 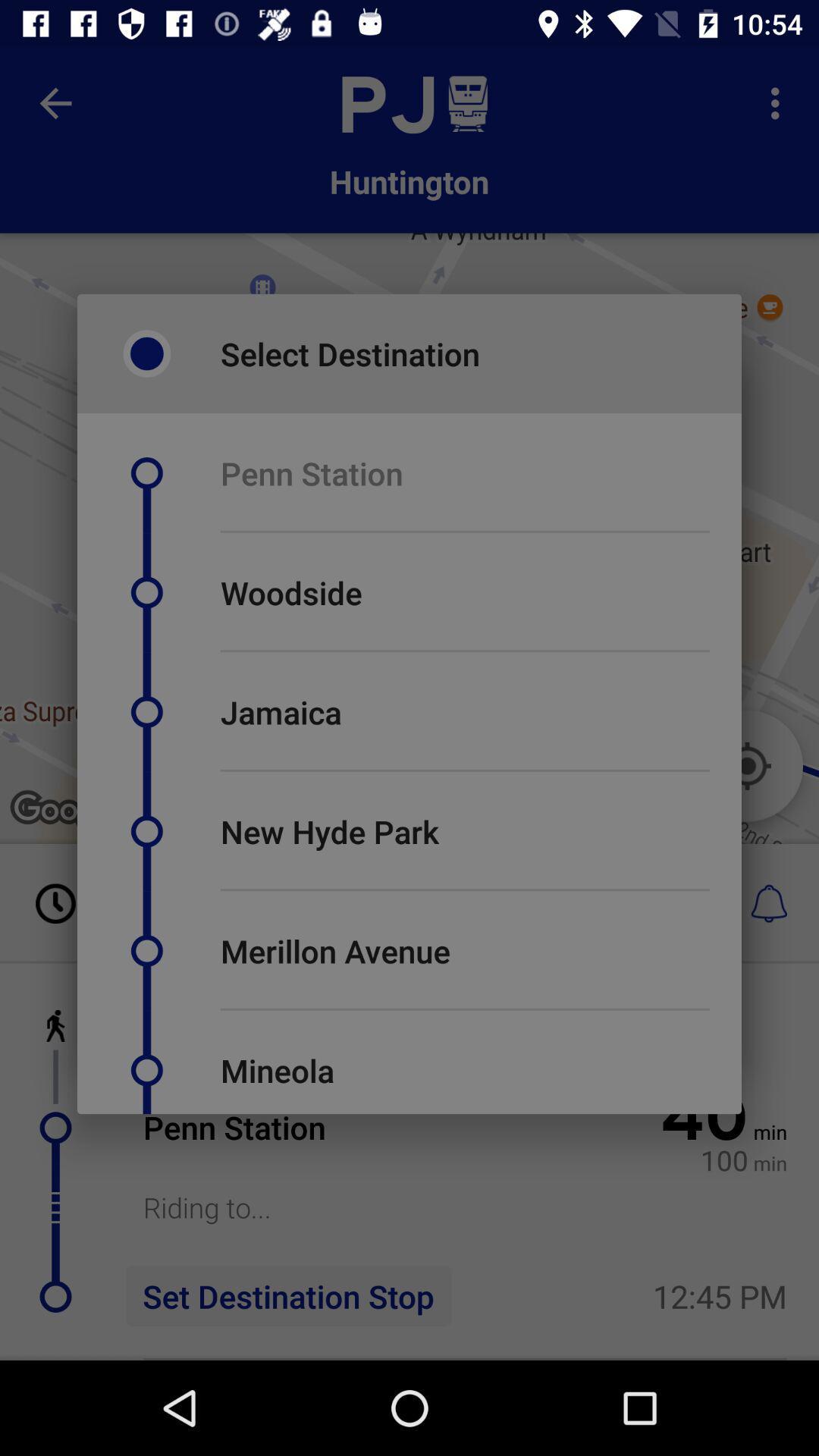 I want to click on the jamaica, so click(x=281, y=711).